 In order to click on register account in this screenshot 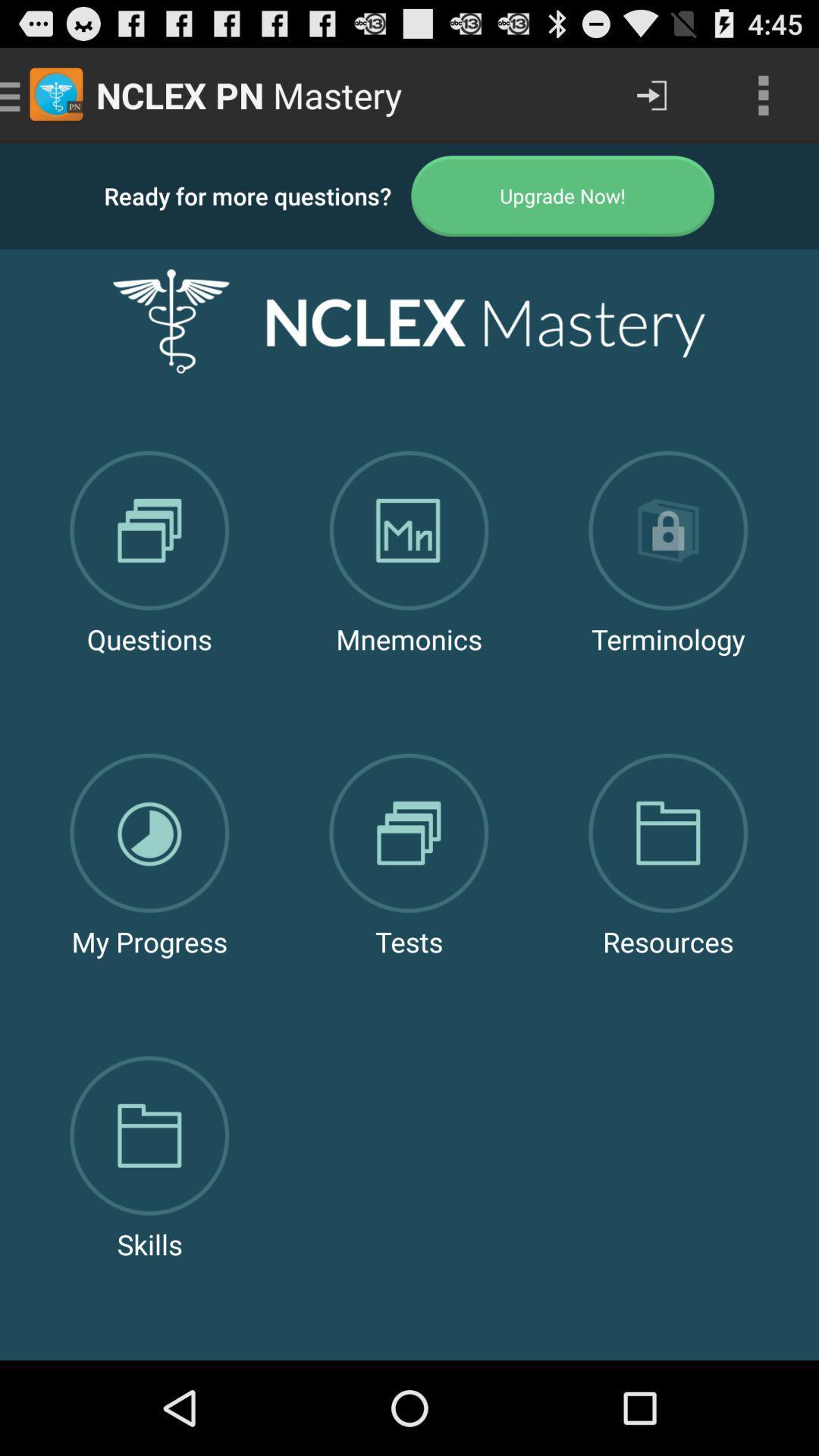, I will do `click(563, 195)`.